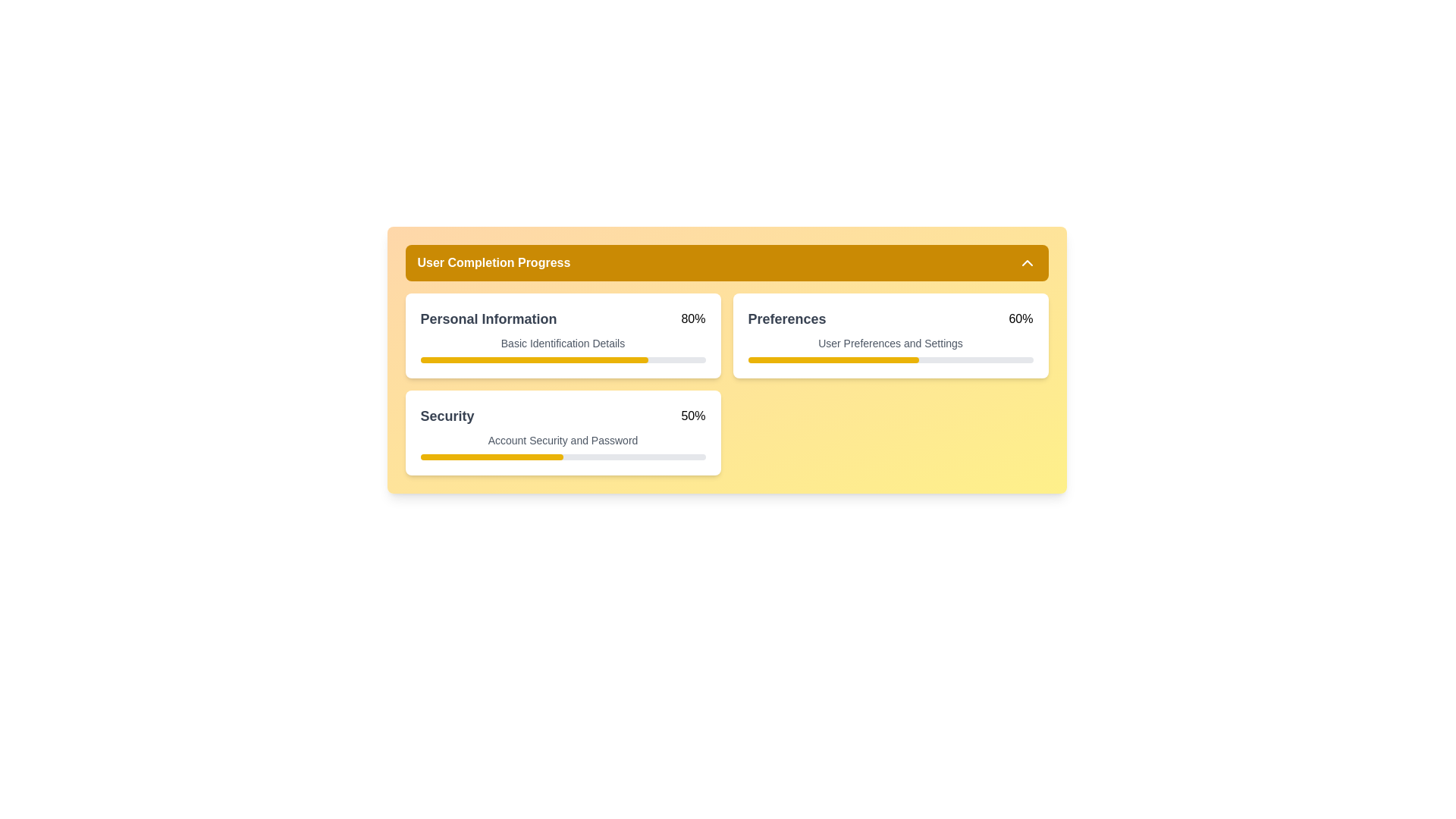 The width and height of the screenshot is (1456, 819). What do you see at coordinates (786, 318) in the screenshot?
I see `the Text Label indicating 'Preferences' in the top-right section of the UI, which is adjacent to 'Personal Information'` at bounding box center [786, 318].